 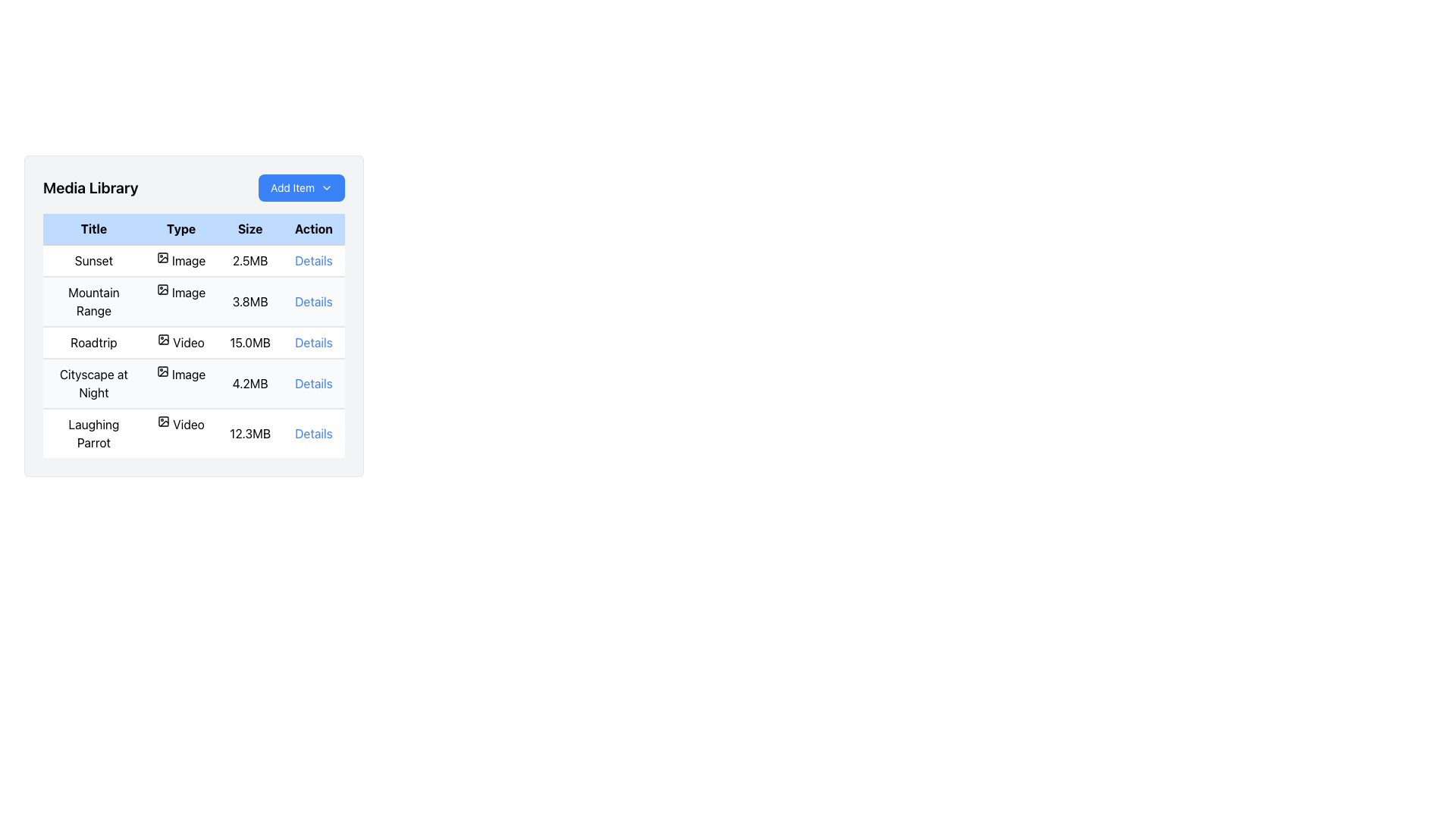 What do you see at coordinates (312, 301) in the screenshot?
I see `the blue text link labeled 'Details' in the 'Action' column of the 'Mountain Range' row` at bounding box center [312, 301].